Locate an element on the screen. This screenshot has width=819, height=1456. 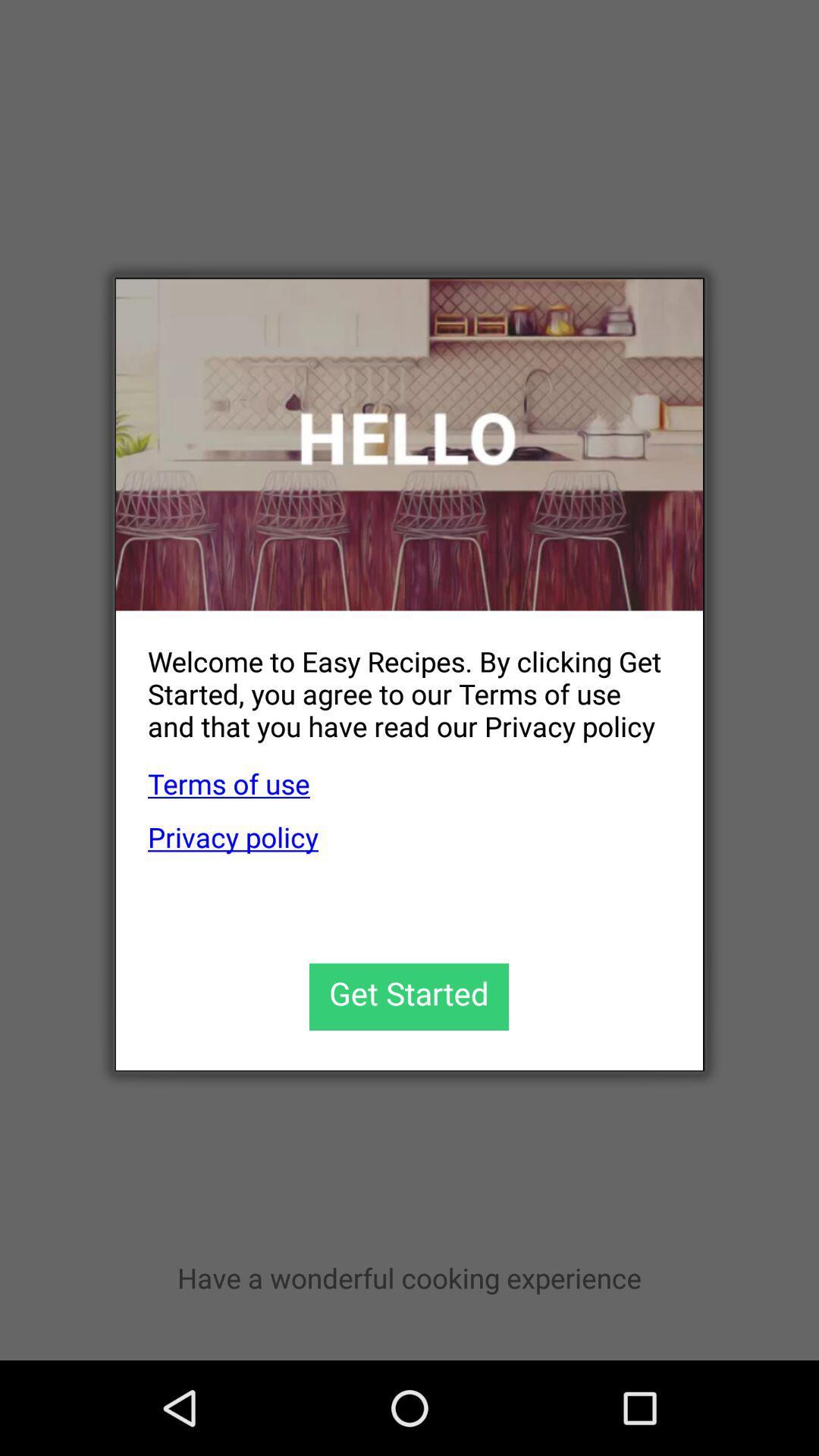
the icon at the top is located at coordinates (409, 444).